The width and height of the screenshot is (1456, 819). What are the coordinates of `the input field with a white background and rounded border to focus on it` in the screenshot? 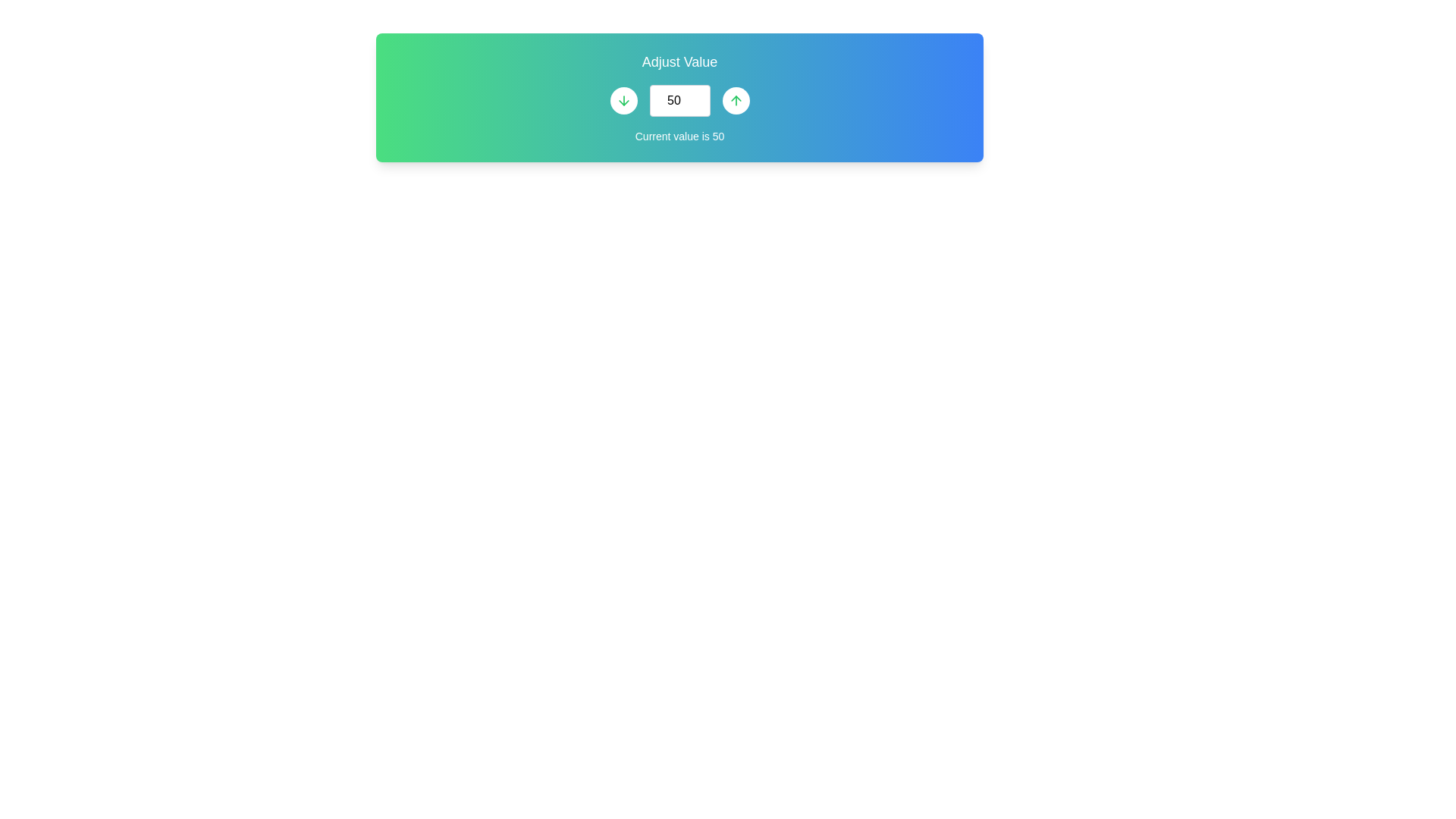 It's located at (679, 100).